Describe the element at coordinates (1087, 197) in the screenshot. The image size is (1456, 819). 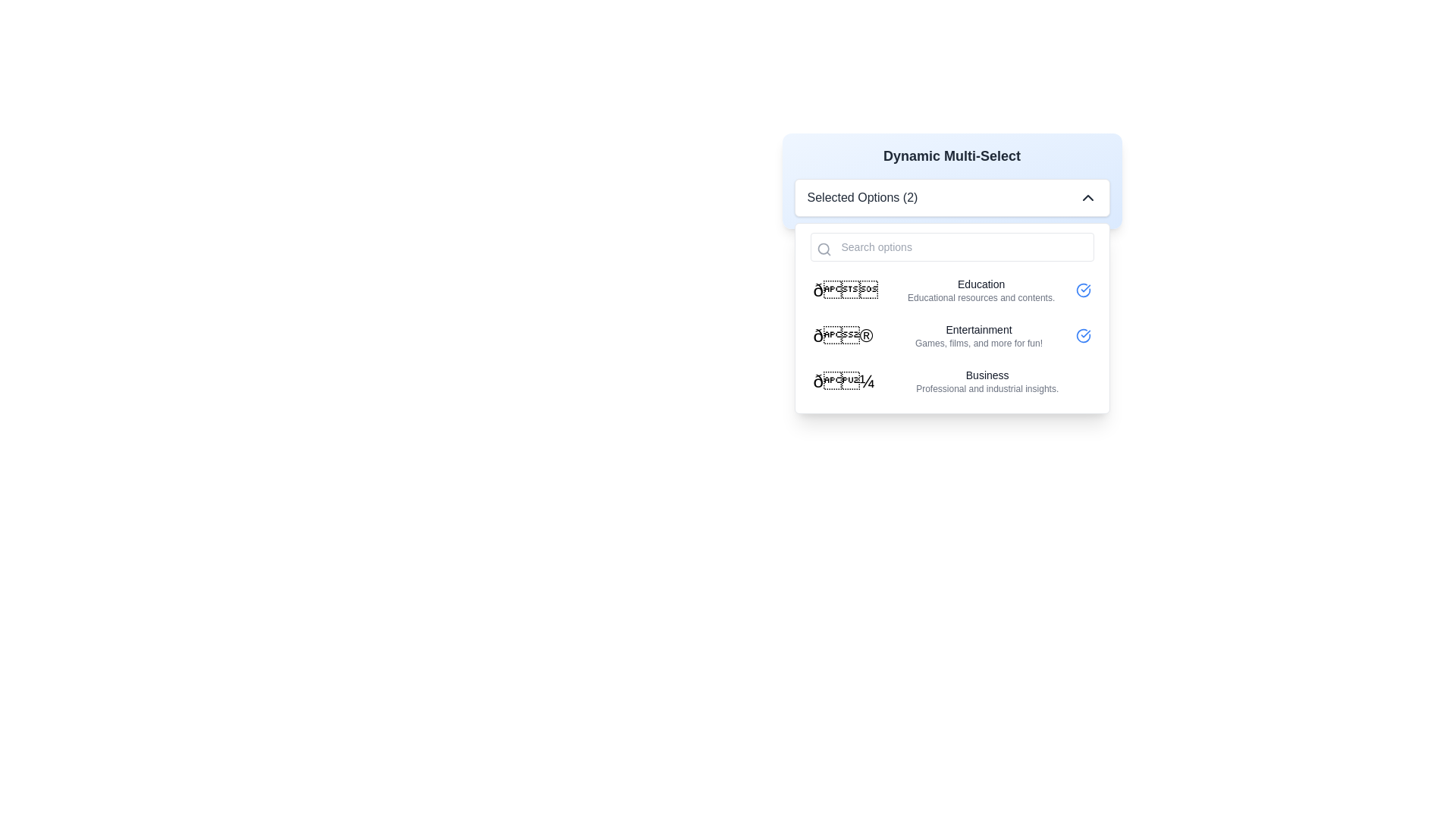
I see `the toggle icon button located at the top-right corner of the 'Selected Options (2)' input box` at that location.